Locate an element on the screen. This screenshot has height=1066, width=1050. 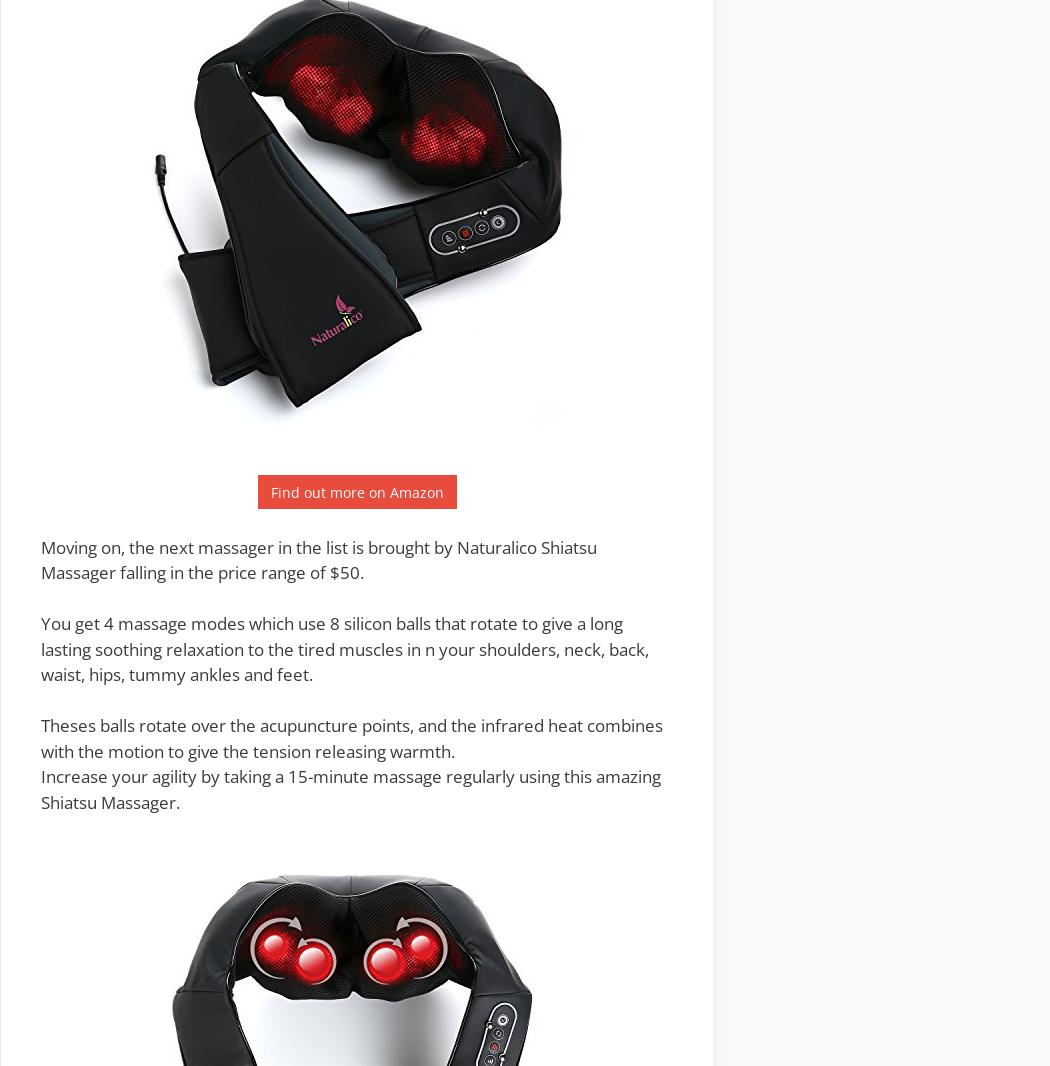
'Find out more on Amazon' is located at coordinates (356, 492).